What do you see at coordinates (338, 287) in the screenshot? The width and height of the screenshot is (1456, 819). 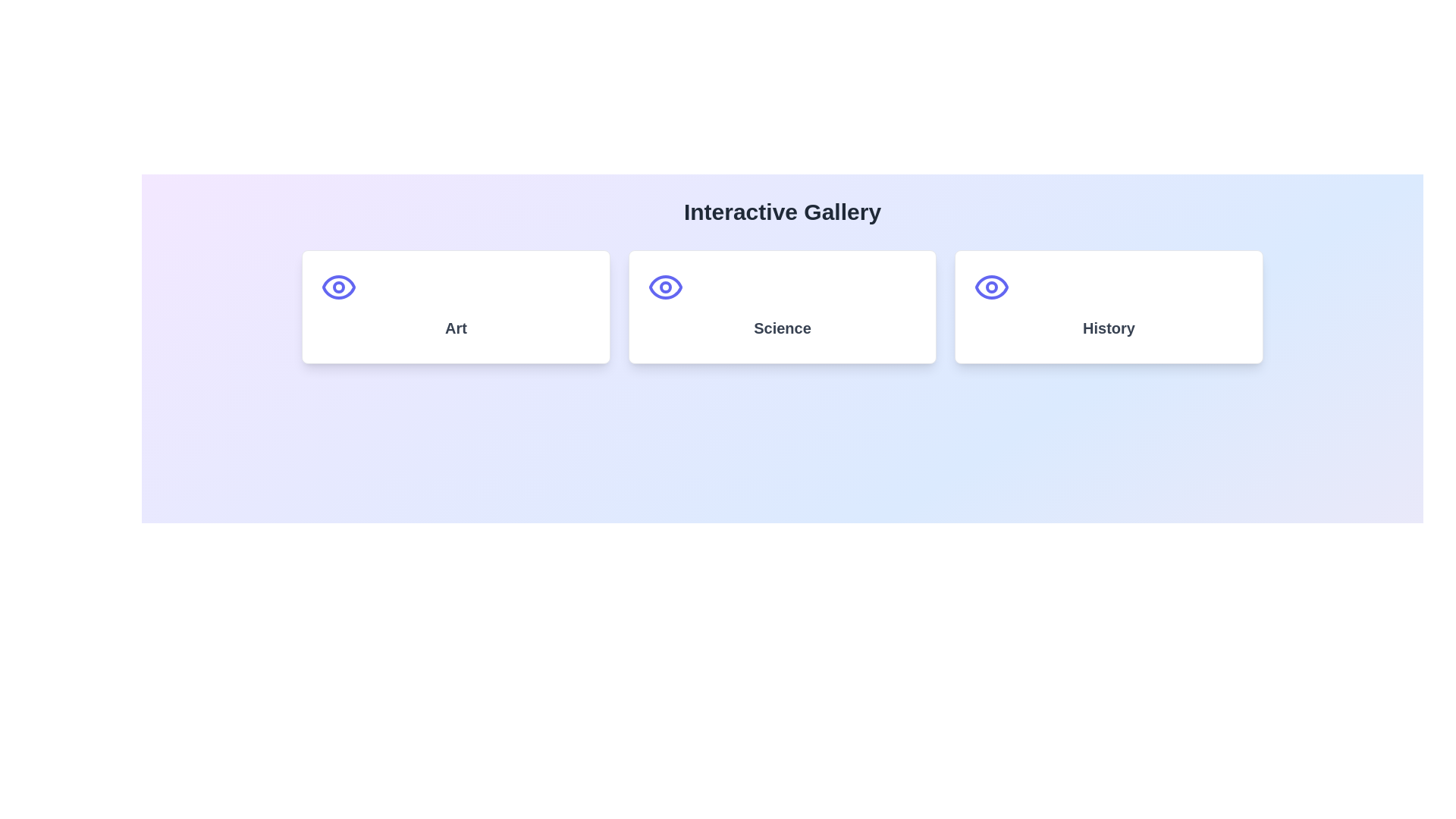 I see `the eye icon styled with a rounded stroke, located above the text 'Art' in the card-style layout` at bounding box center [338, 287].